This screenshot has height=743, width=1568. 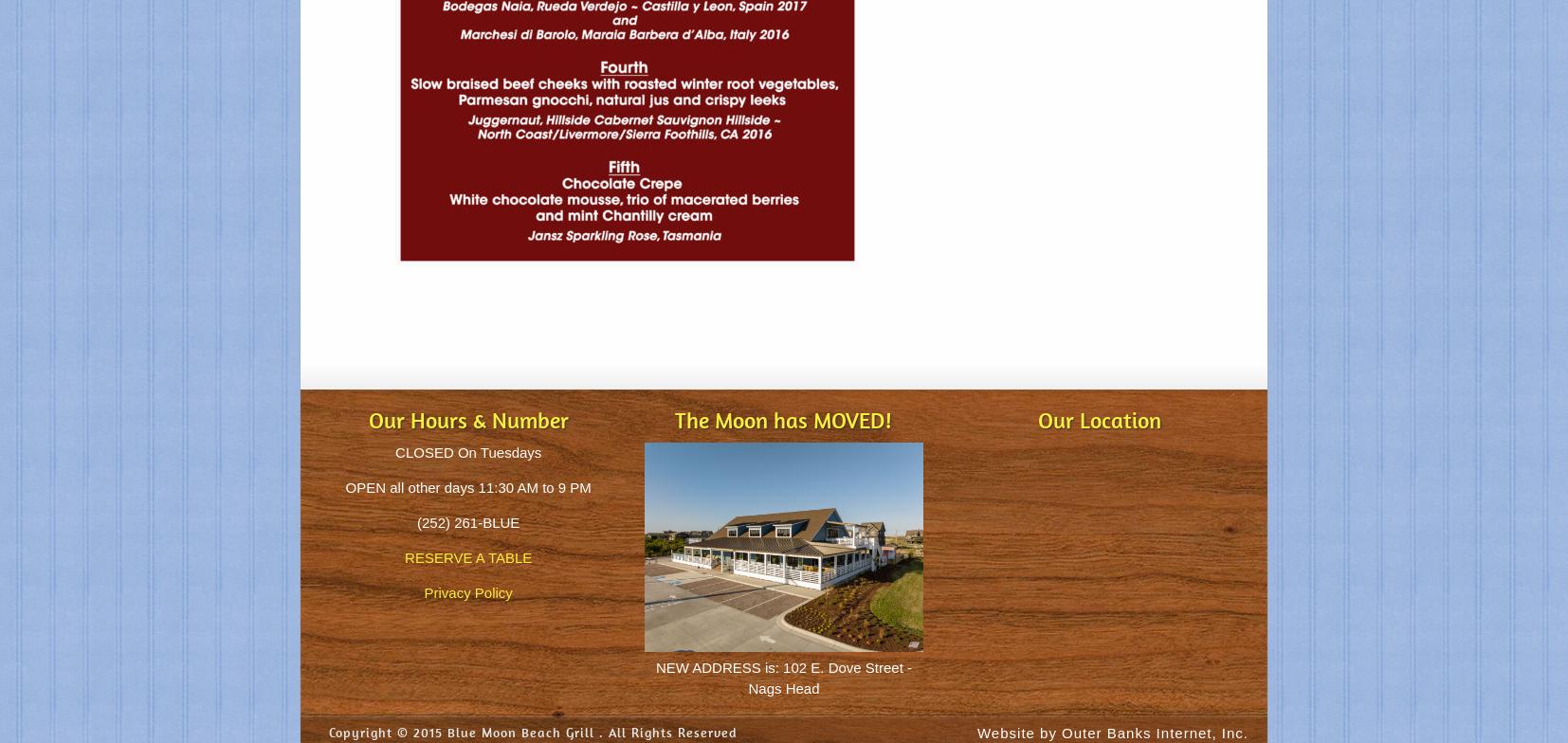 What do you see at coordinates (533, 732) in the screenshot?
I see `'Copyright © 2015 Blue Moon Beach Grill . All Rights Reserved'` at bounding box center [533, 732].